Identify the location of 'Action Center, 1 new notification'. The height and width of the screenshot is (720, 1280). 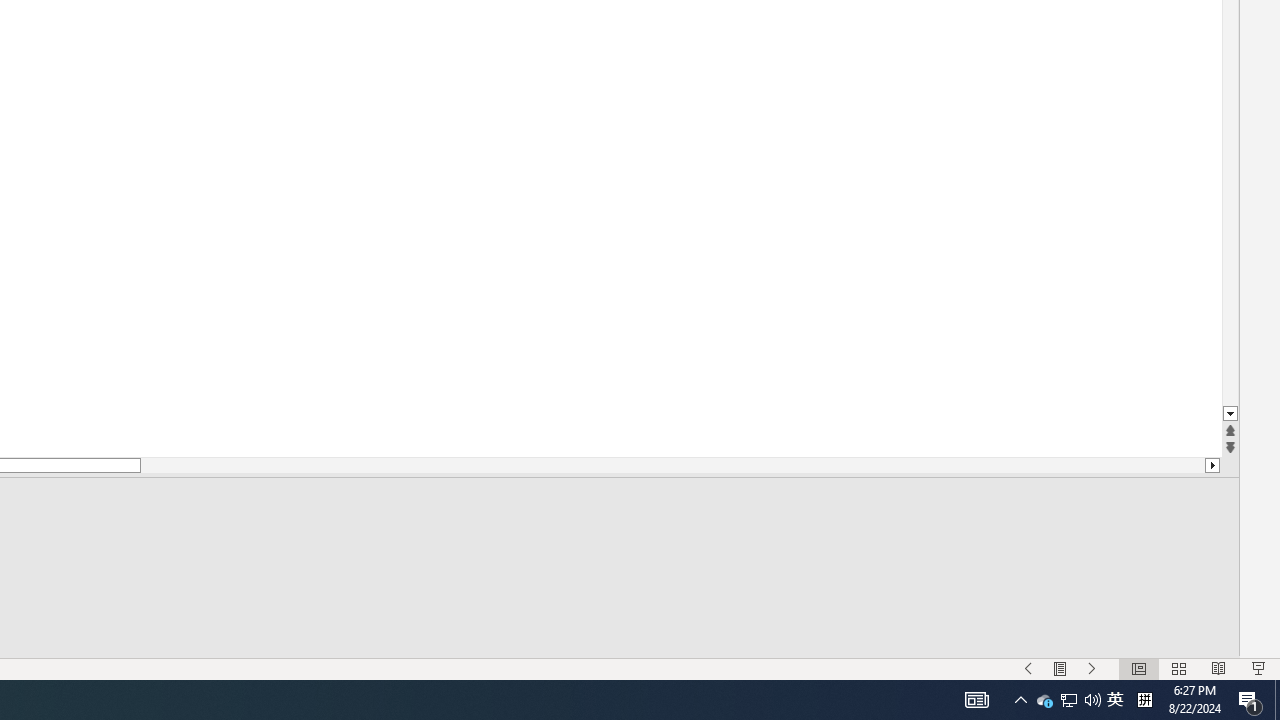
(1250, 698).